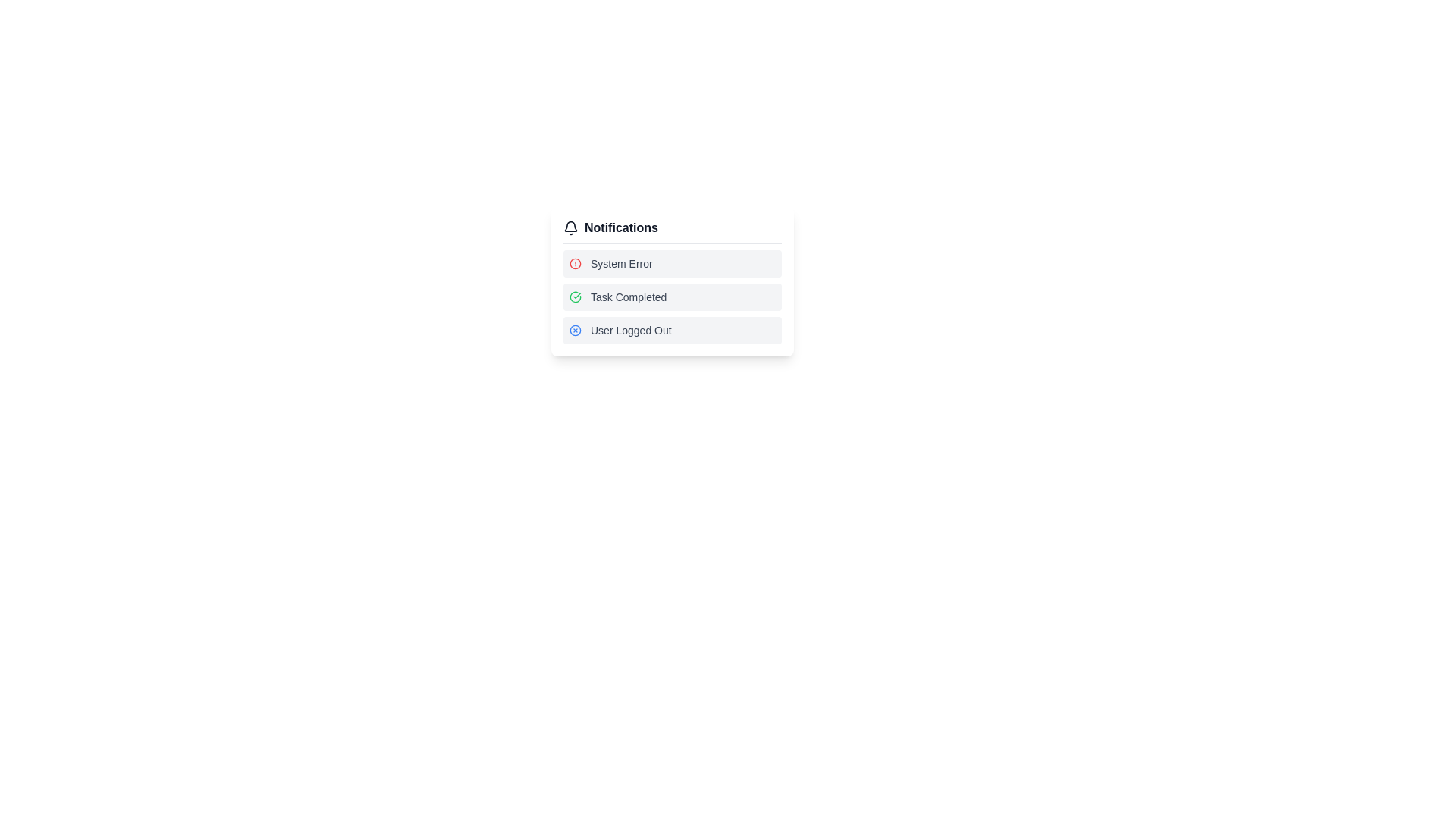  What do you see at coordinates (621, 262) in the screenshot?
I see `text label displaying 'System Error' located next to a red alert icon in the notification block` at bounding box center [621, 262].